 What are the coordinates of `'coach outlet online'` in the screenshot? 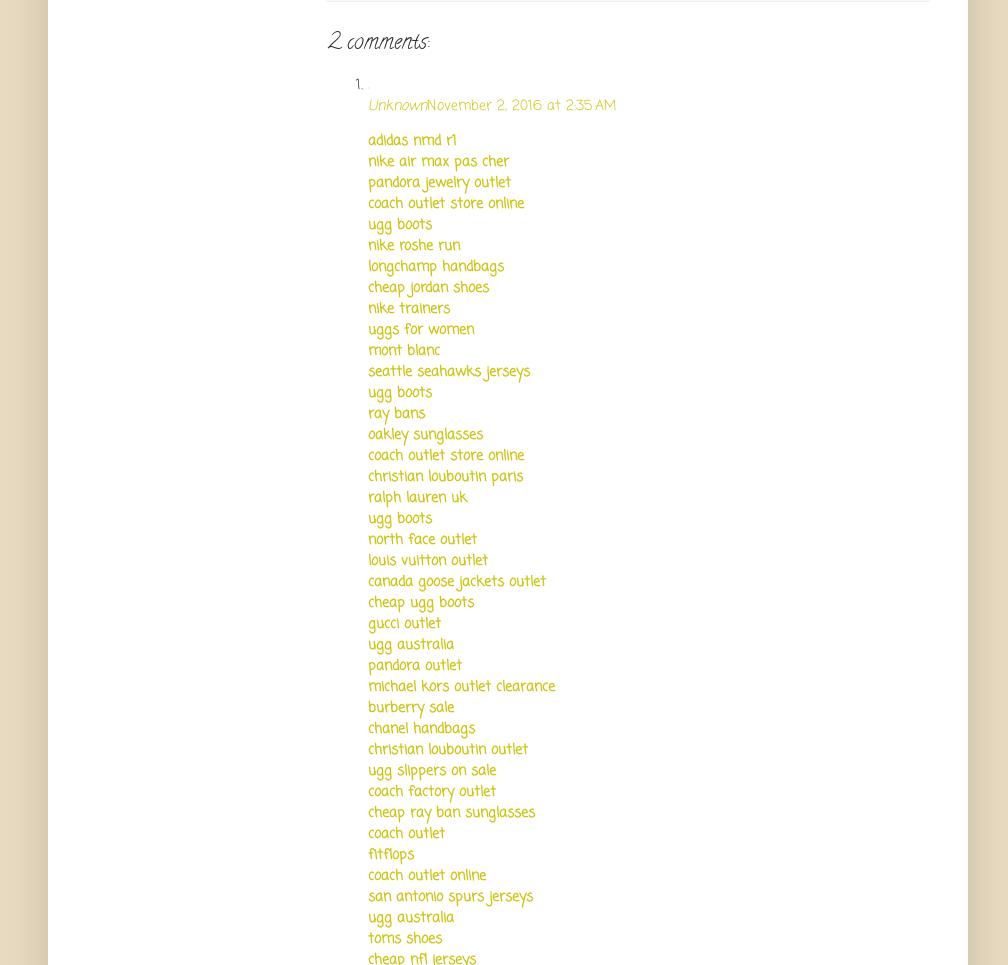 It's located at (426, 875).